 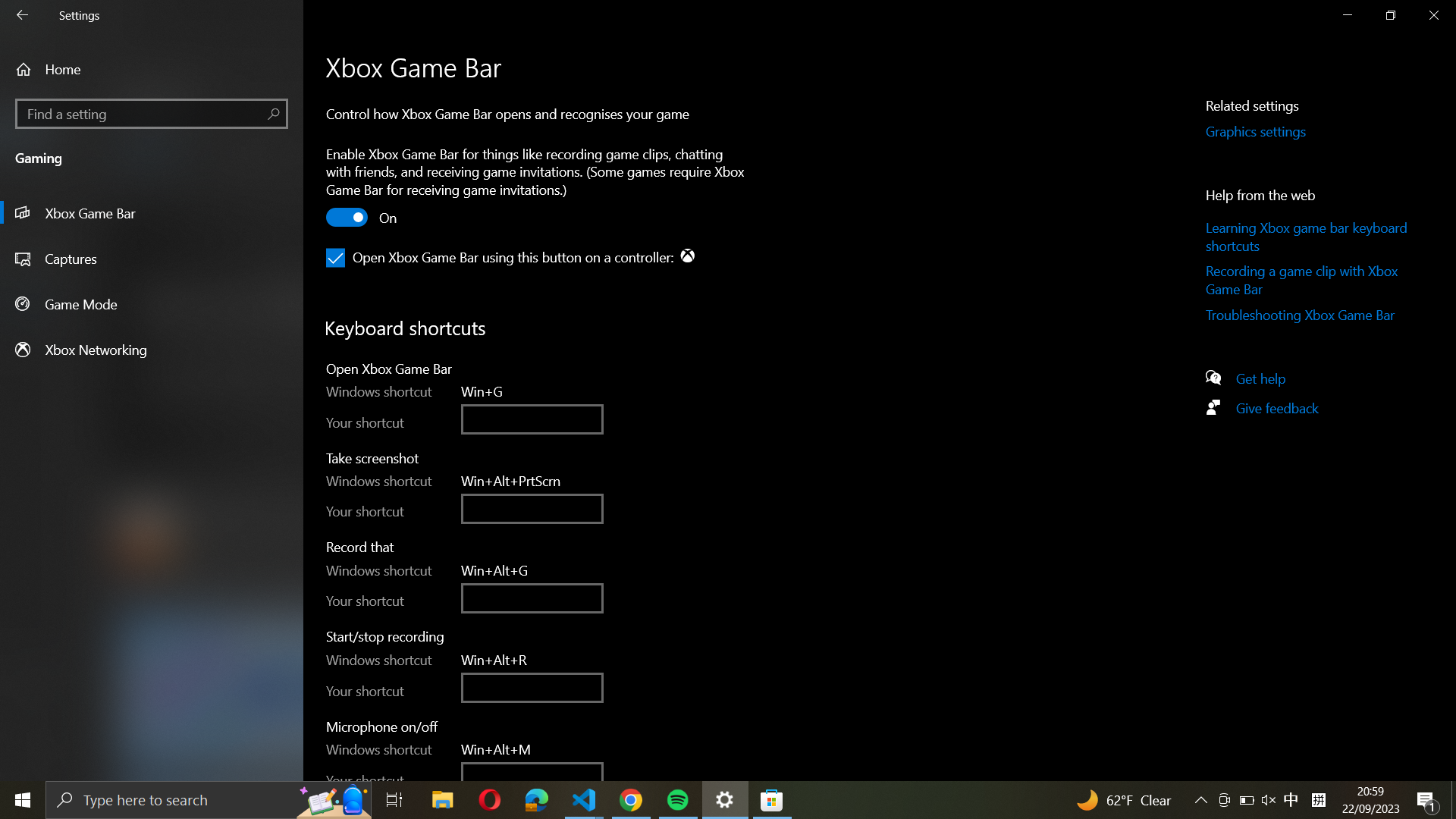 What do you see at coordinates (152, 349) in the screenshot?
I see `the Network settings of Xbox` at bounding box center [152, 349].